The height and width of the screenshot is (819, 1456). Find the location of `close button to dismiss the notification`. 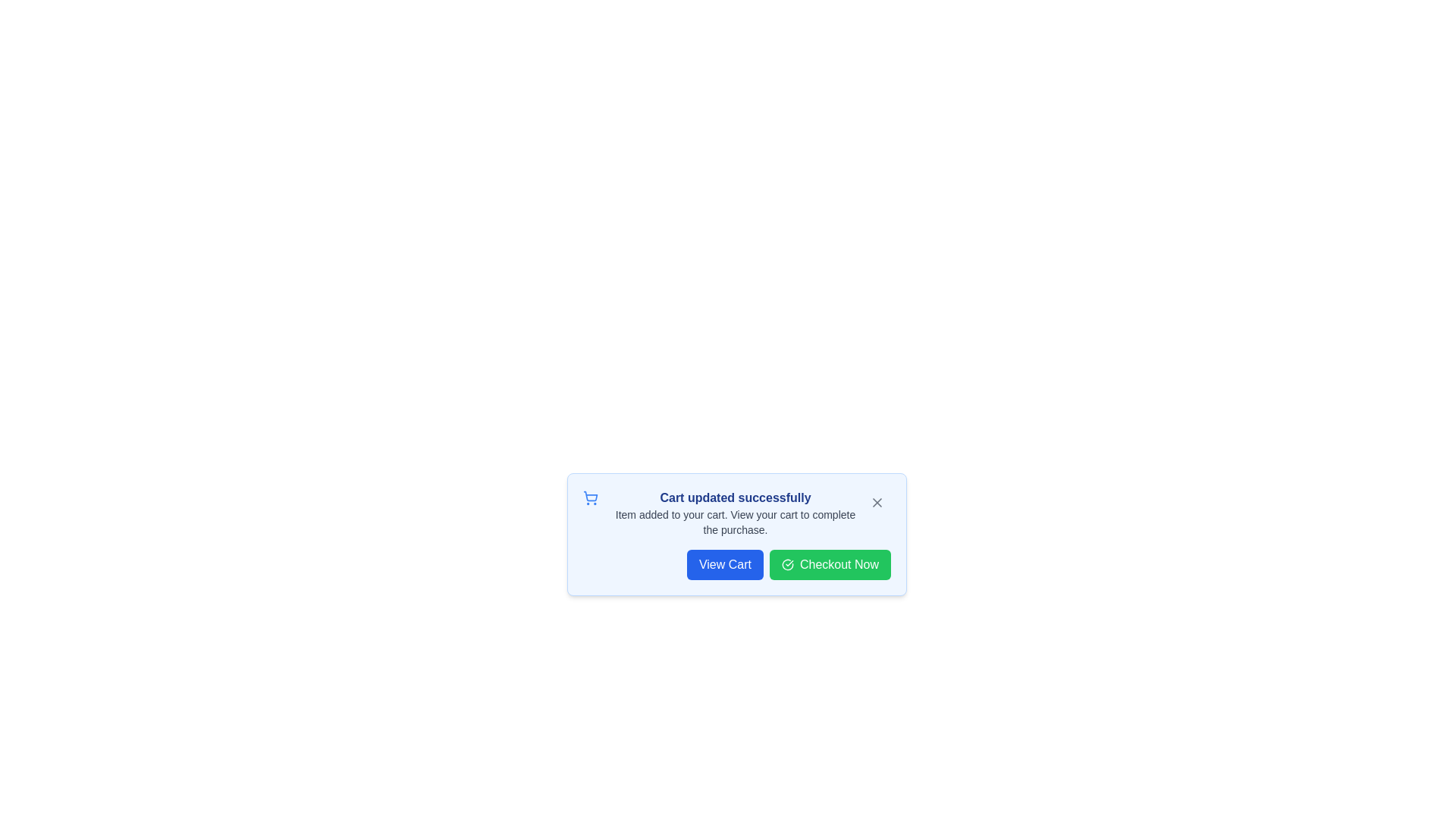

close button to dismiss the notification is located at coordinates (877, 503).